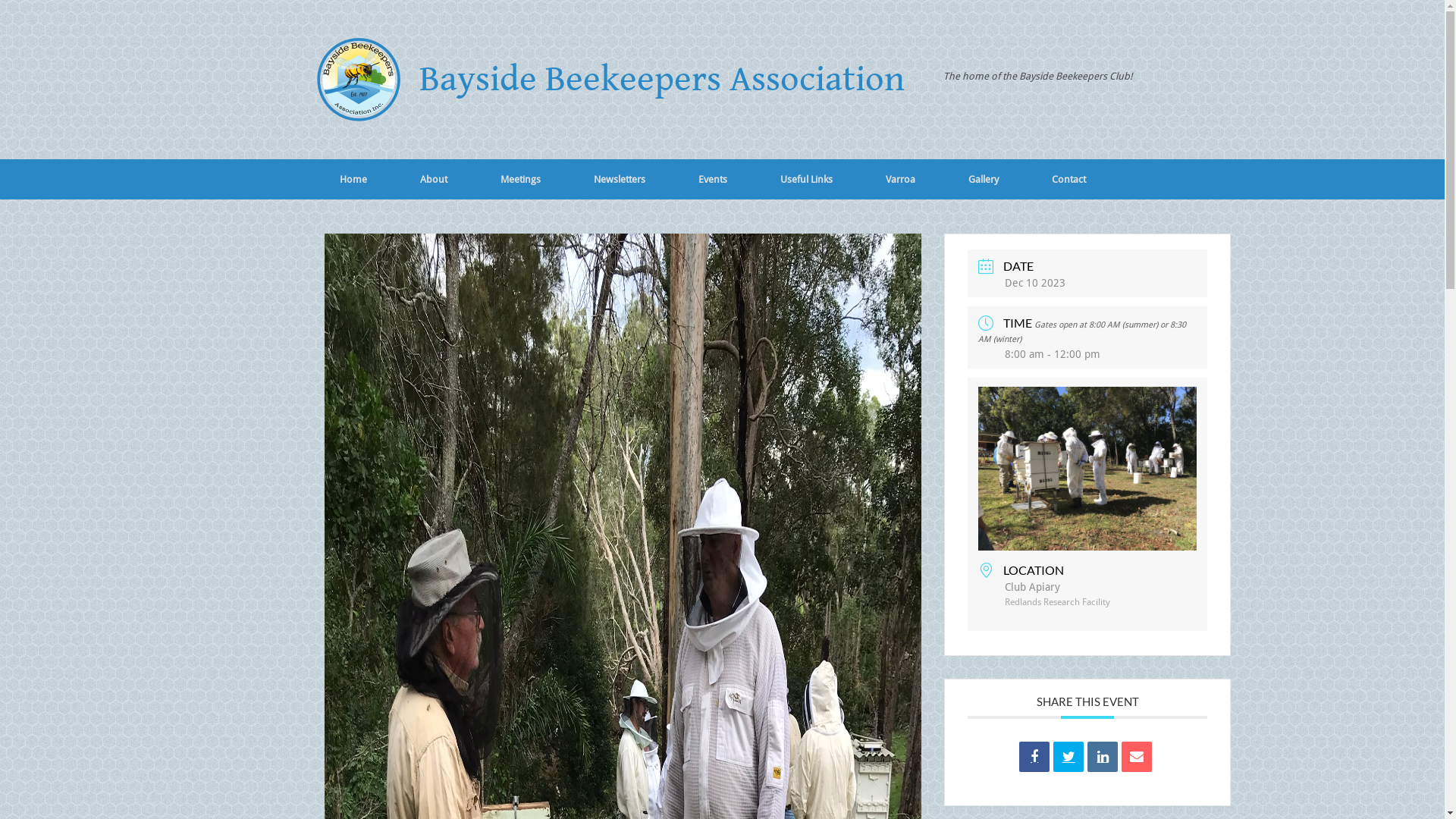 The width and height of the screenshot is (1456, 819). I want to click on 'Gallery', so click(983, 178).